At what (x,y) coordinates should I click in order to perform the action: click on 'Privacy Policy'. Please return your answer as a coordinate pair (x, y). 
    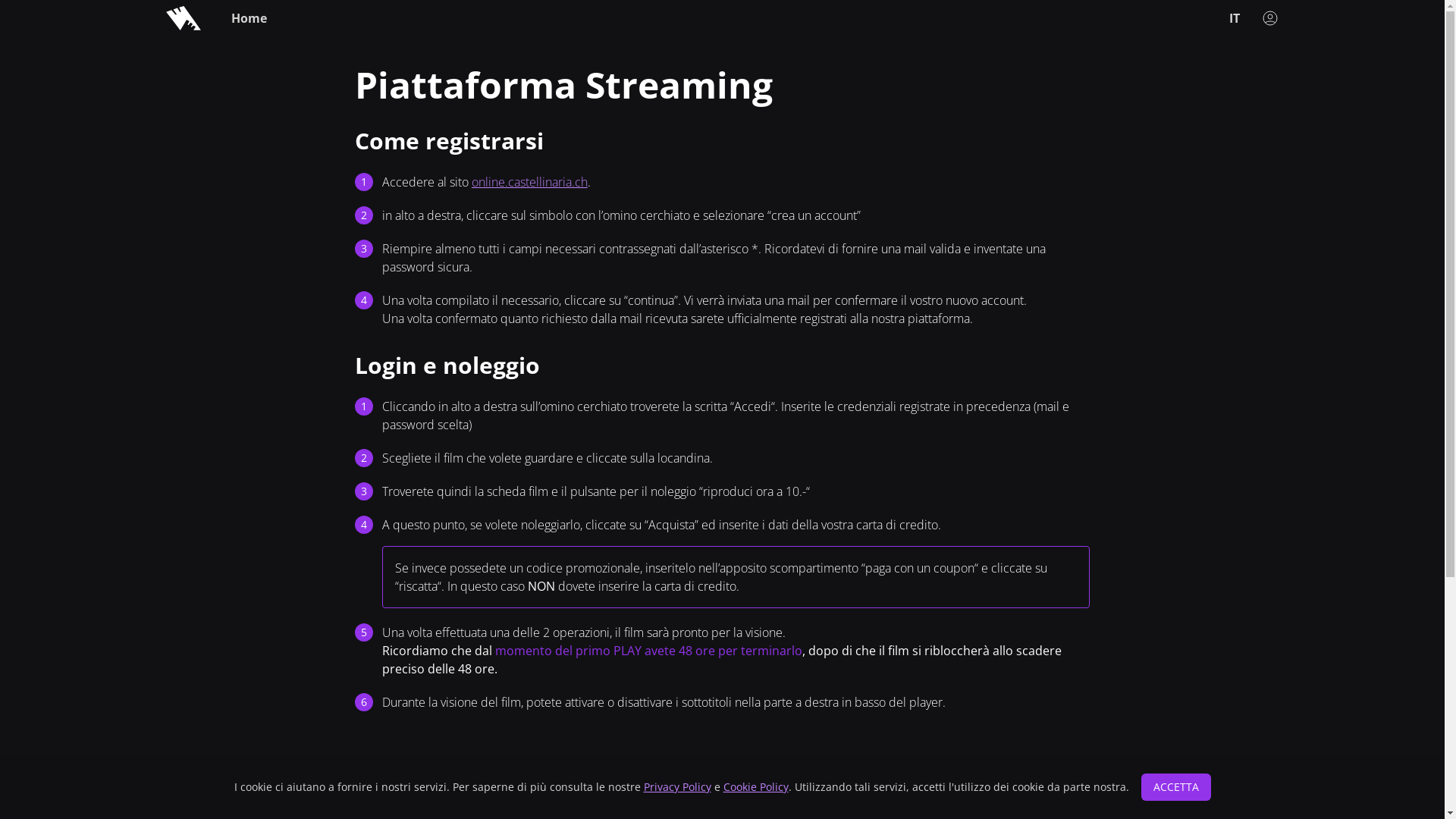
    Looking at the image, I should click on (676, 786).